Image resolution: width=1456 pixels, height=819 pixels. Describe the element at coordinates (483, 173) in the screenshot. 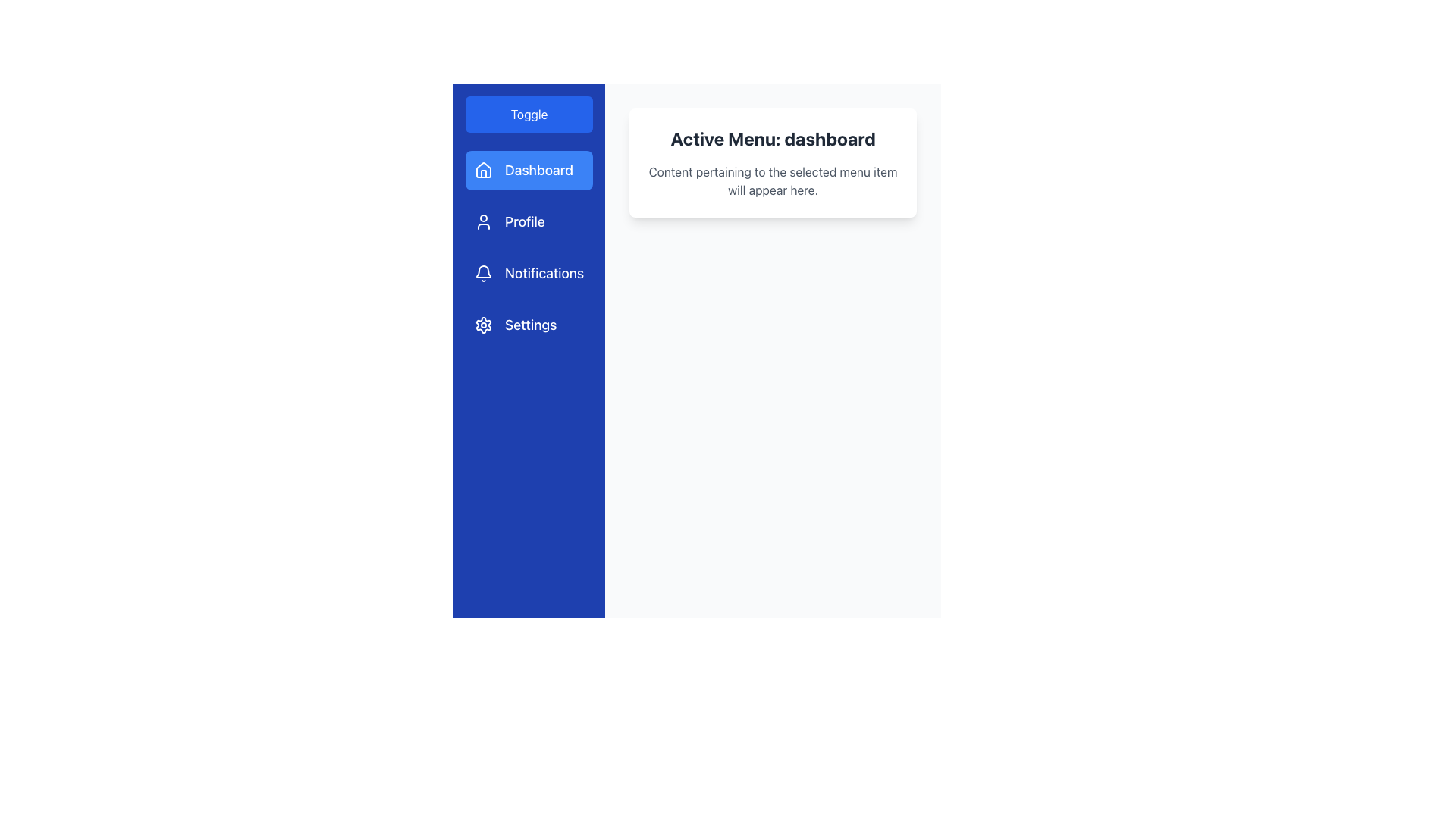

I see `the house-shaped icon within the sidebar menu that represents the dashboard option` at that location.